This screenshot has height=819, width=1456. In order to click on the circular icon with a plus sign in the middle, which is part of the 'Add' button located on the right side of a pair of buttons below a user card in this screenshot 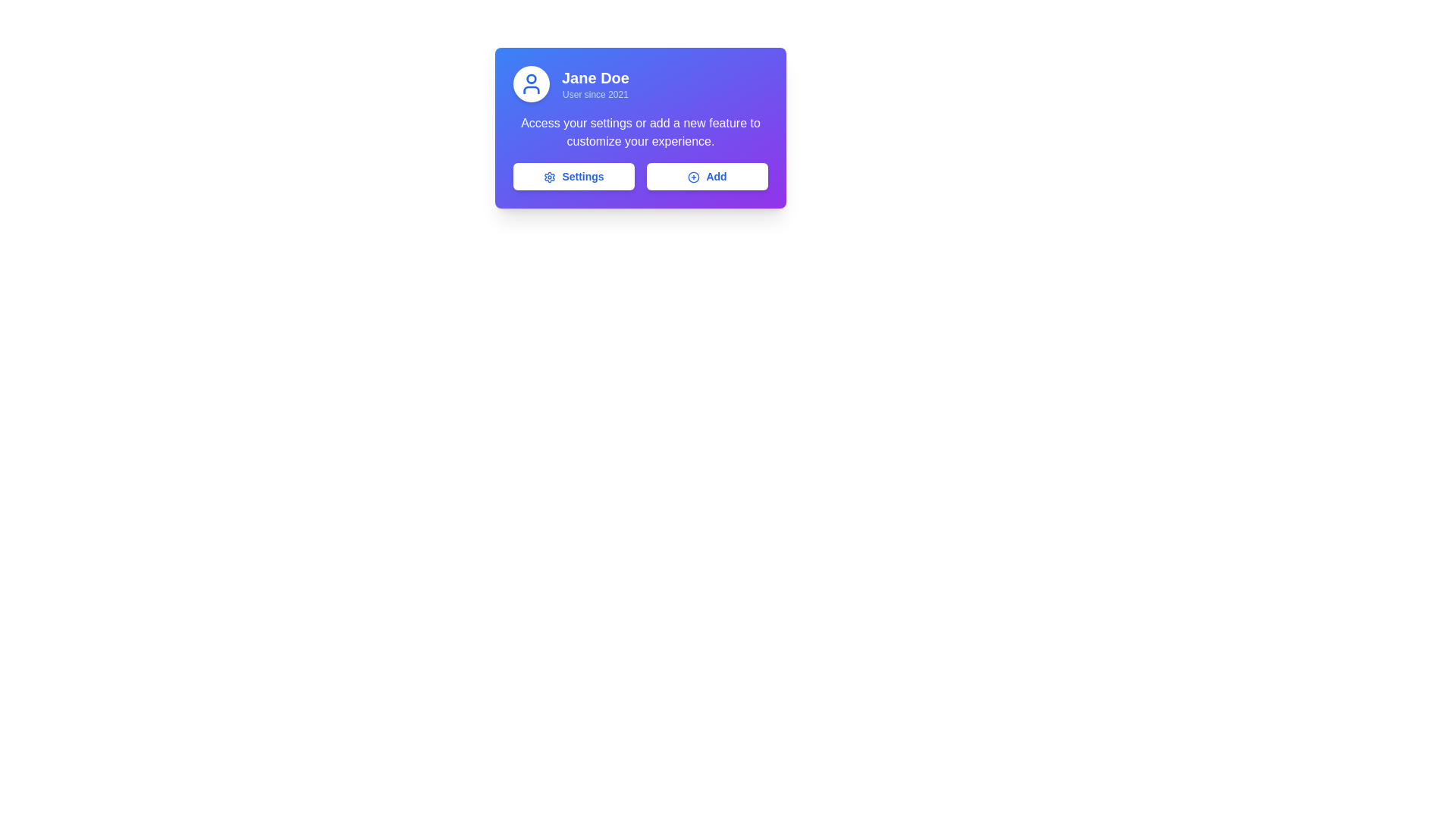, I will do `click(693, 177)`.